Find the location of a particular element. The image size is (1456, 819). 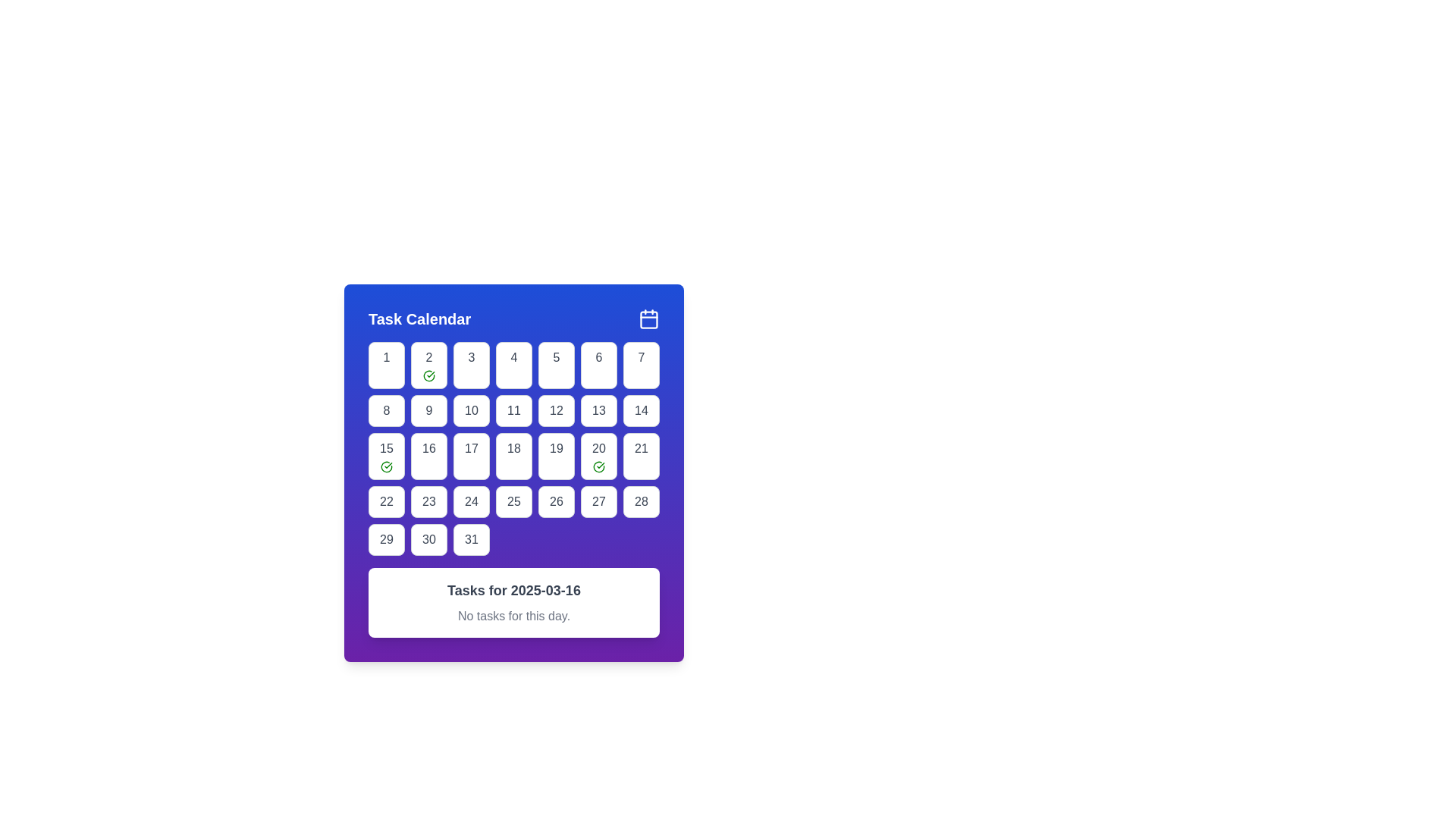

the button labeled '6' in the calendar grid for keyboard interaction is located at coordinates (598, 366).